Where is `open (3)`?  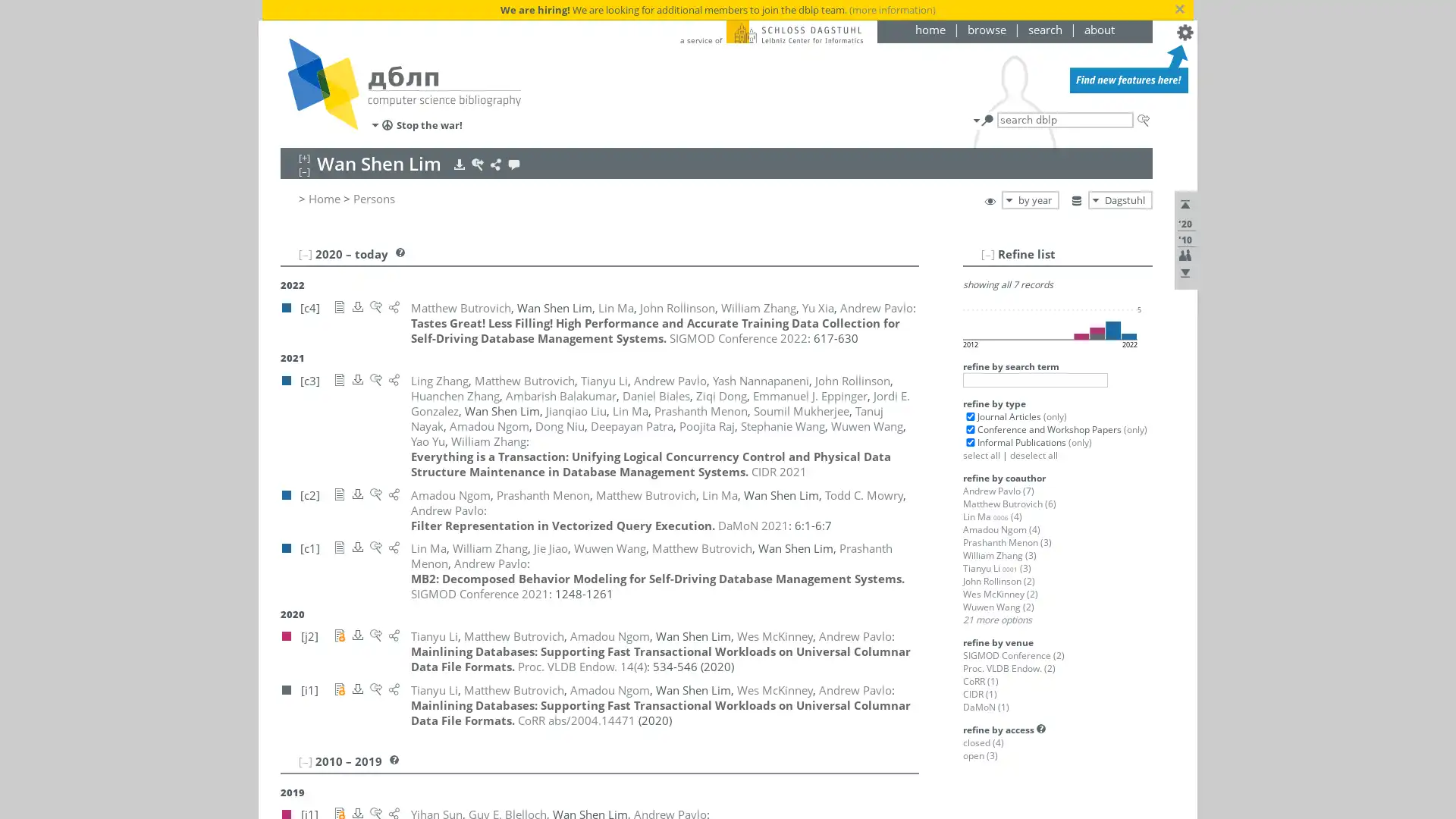
open (3) is located at coordinates (980, 755).